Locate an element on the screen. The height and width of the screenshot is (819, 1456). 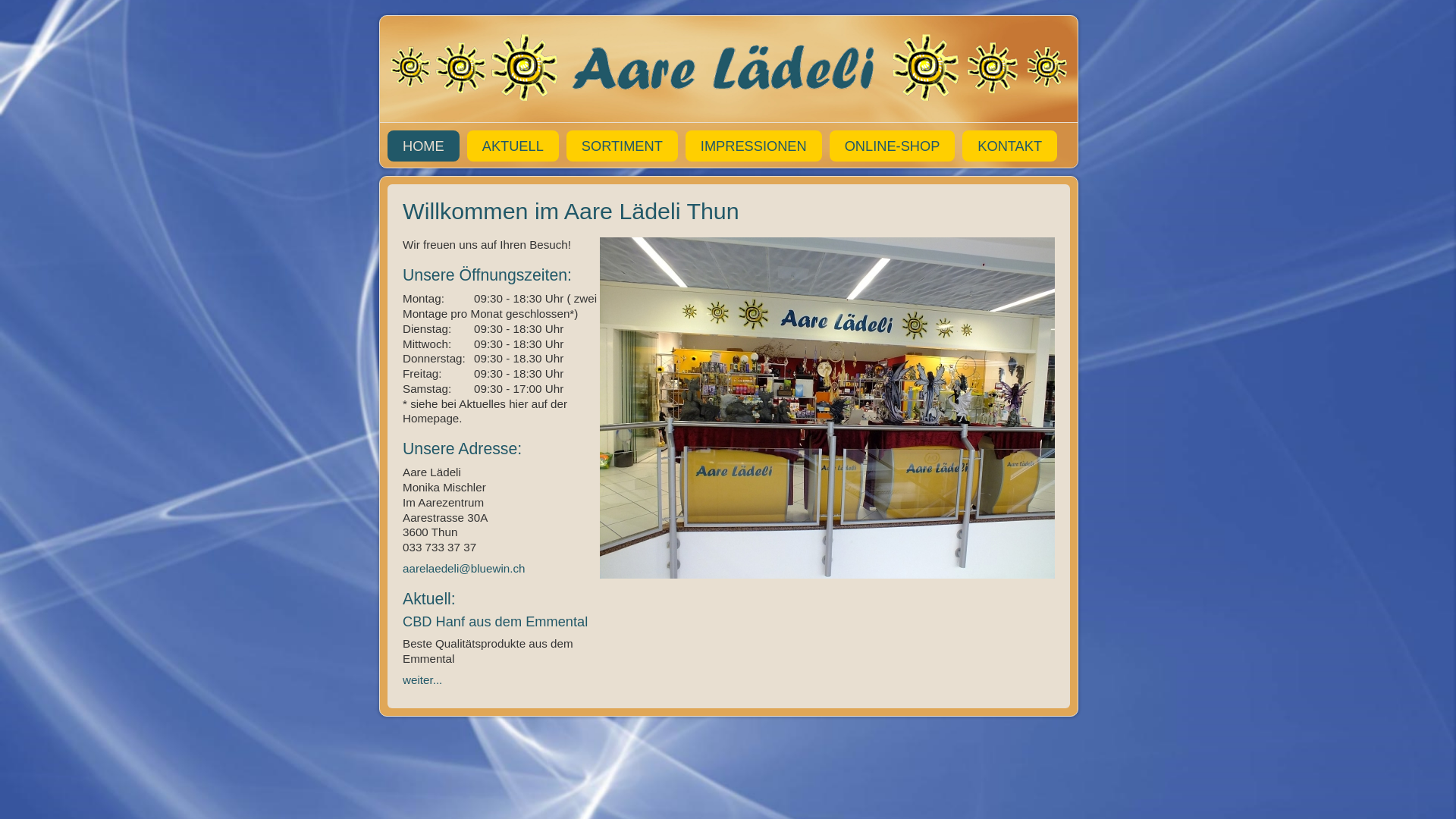
'aarelaedeli@bluewin.ch ' is located at coordinates (465, 568).